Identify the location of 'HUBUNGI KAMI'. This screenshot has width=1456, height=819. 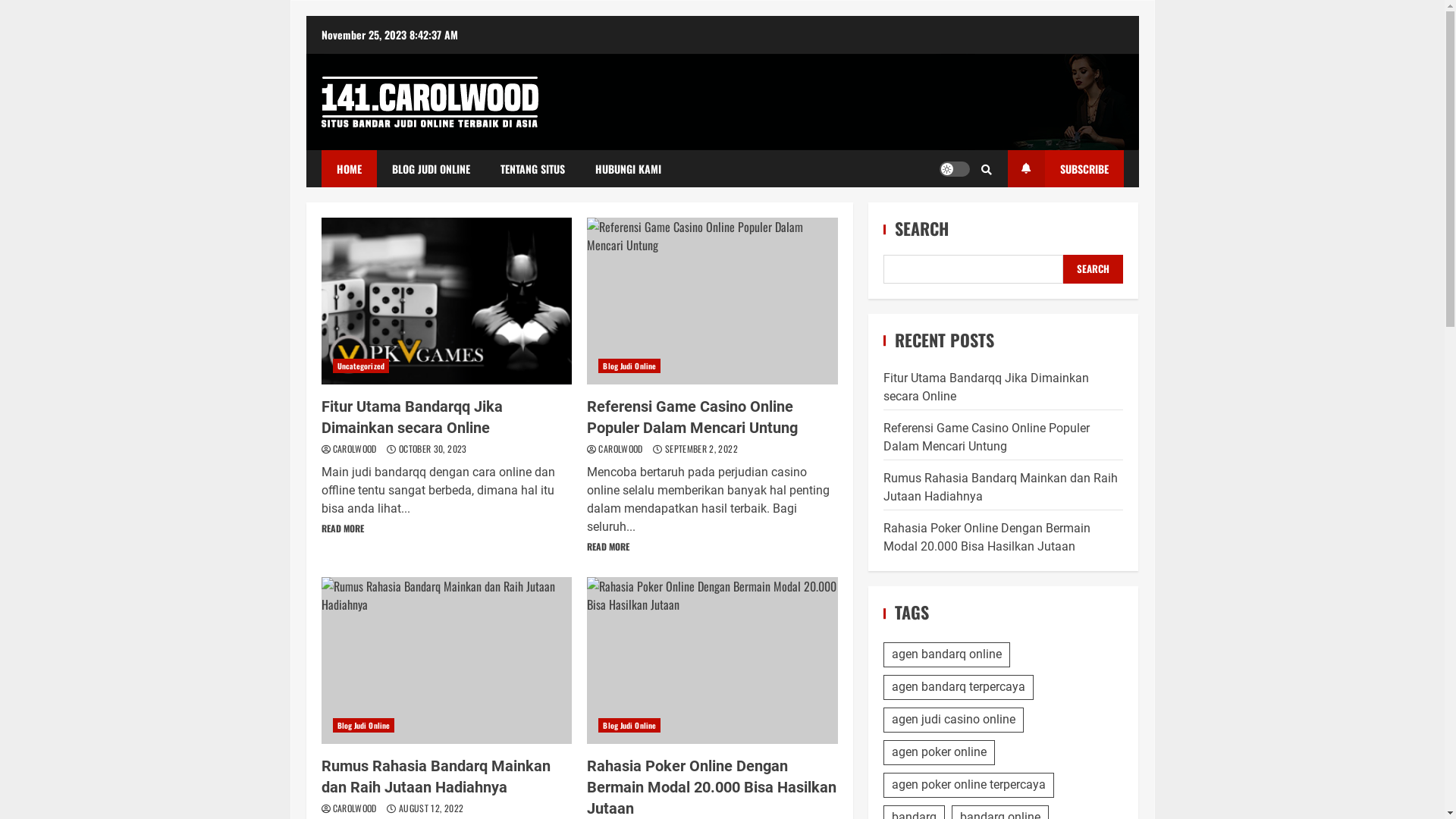
(578, 168).